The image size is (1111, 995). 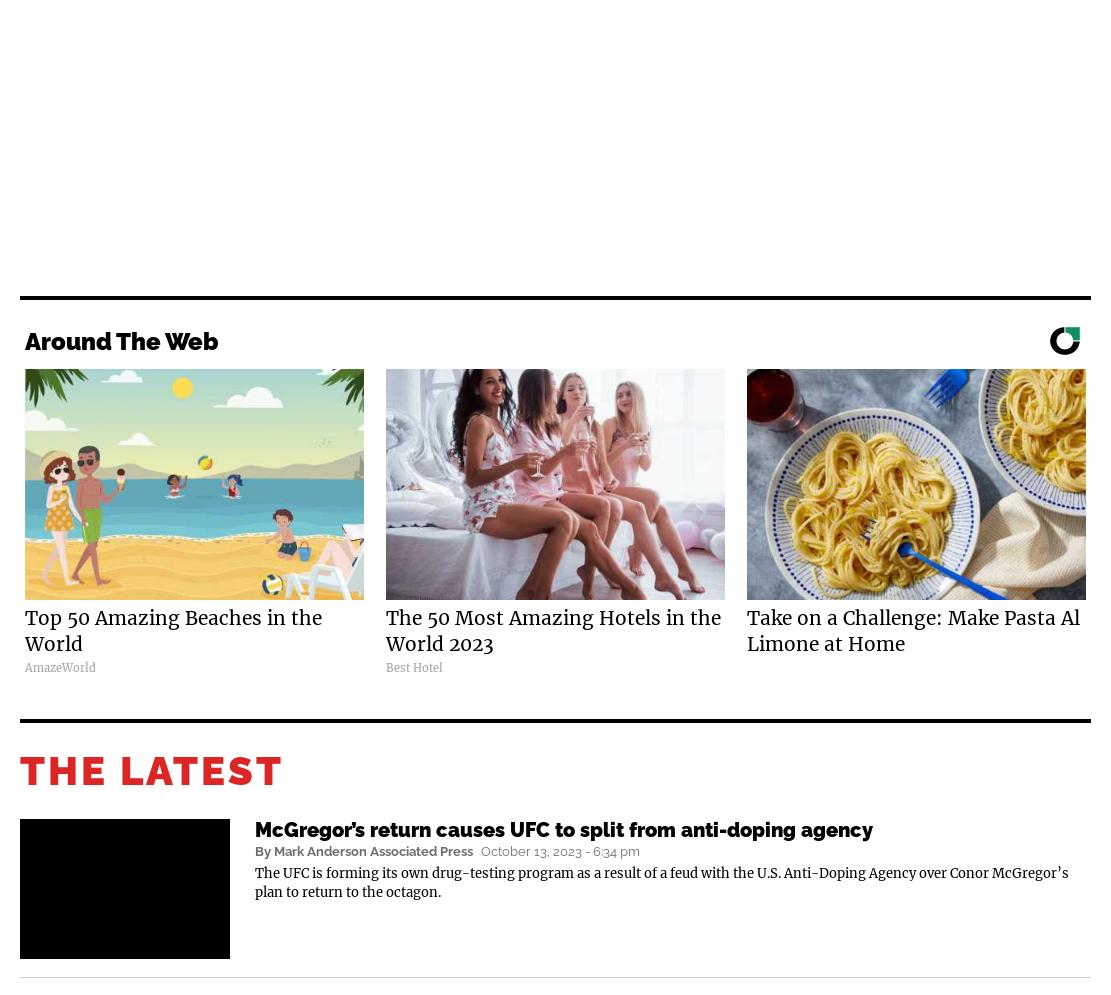 I want to click on 'AmazeWorld', so click(x=60, y=666).